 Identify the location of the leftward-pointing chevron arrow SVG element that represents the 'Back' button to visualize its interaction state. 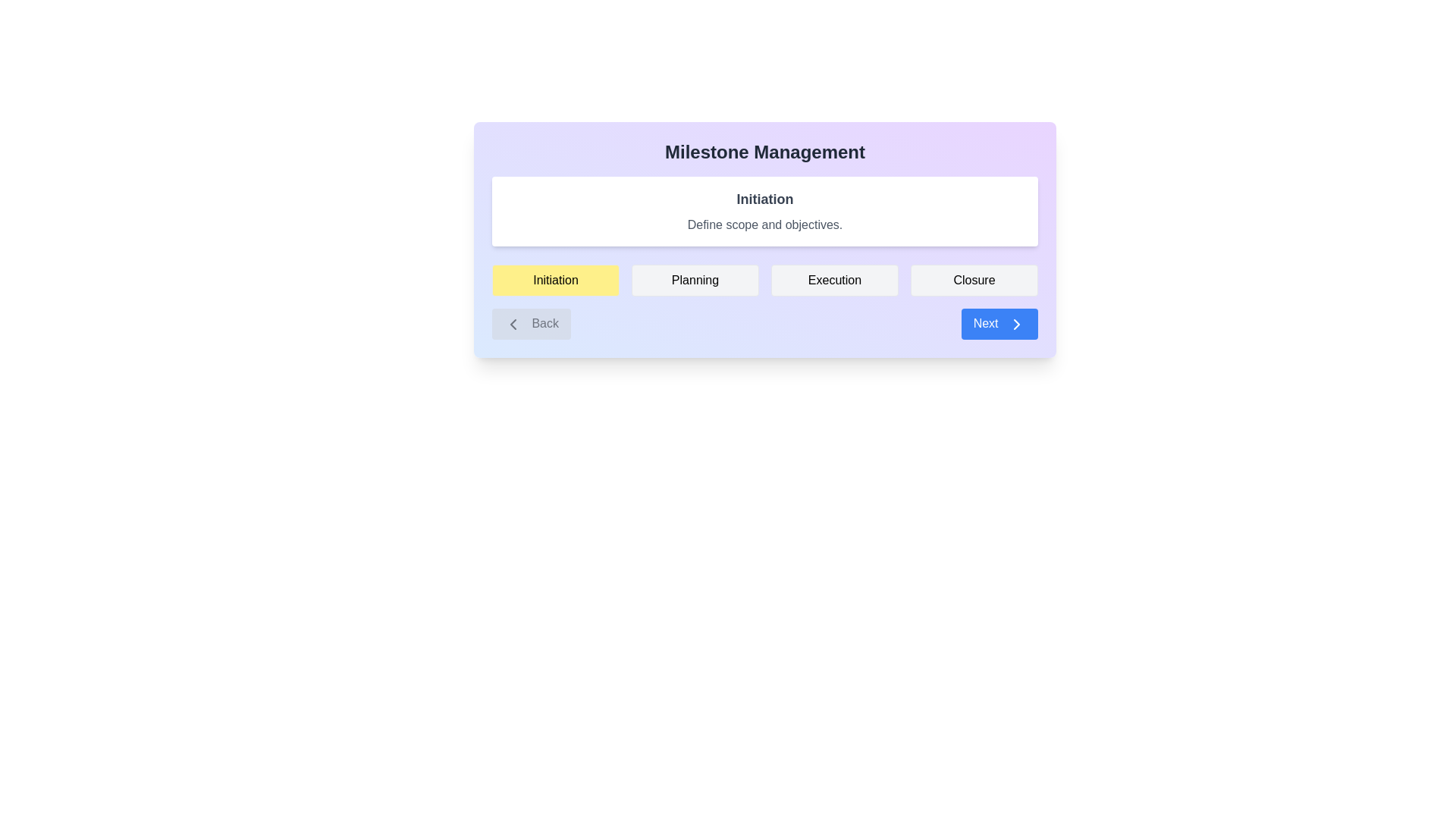
(513, 323).